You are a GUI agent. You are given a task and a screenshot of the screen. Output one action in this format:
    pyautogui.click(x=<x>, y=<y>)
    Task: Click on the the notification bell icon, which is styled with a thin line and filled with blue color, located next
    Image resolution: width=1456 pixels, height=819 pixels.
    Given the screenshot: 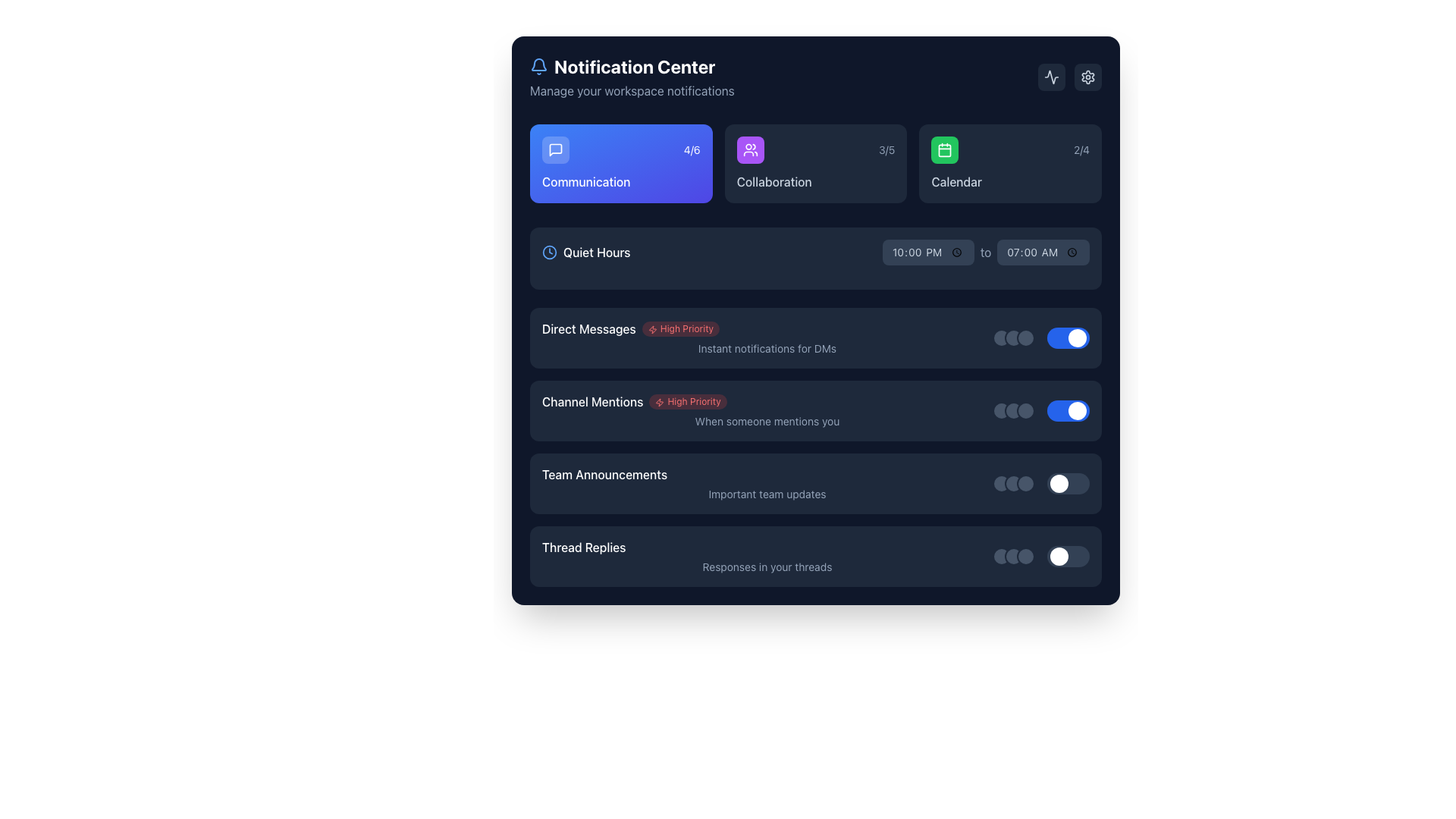 What is the action you would take?
    pyautogui.click(x=538, y=66)
    